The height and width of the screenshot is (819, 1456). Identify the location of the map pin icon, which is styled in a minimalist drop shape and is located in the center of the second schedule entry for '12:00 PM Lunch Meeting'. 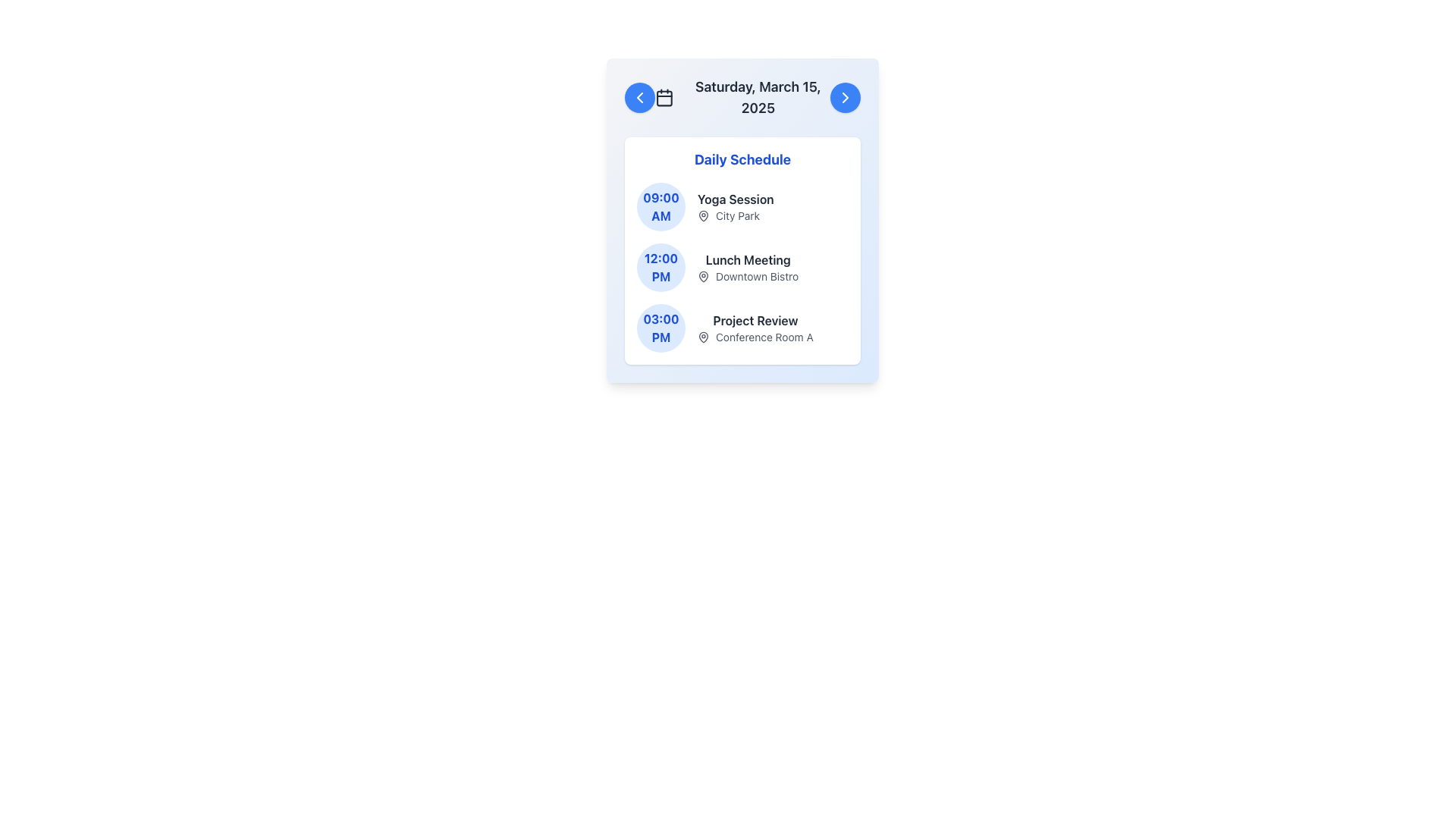
(702, 275).